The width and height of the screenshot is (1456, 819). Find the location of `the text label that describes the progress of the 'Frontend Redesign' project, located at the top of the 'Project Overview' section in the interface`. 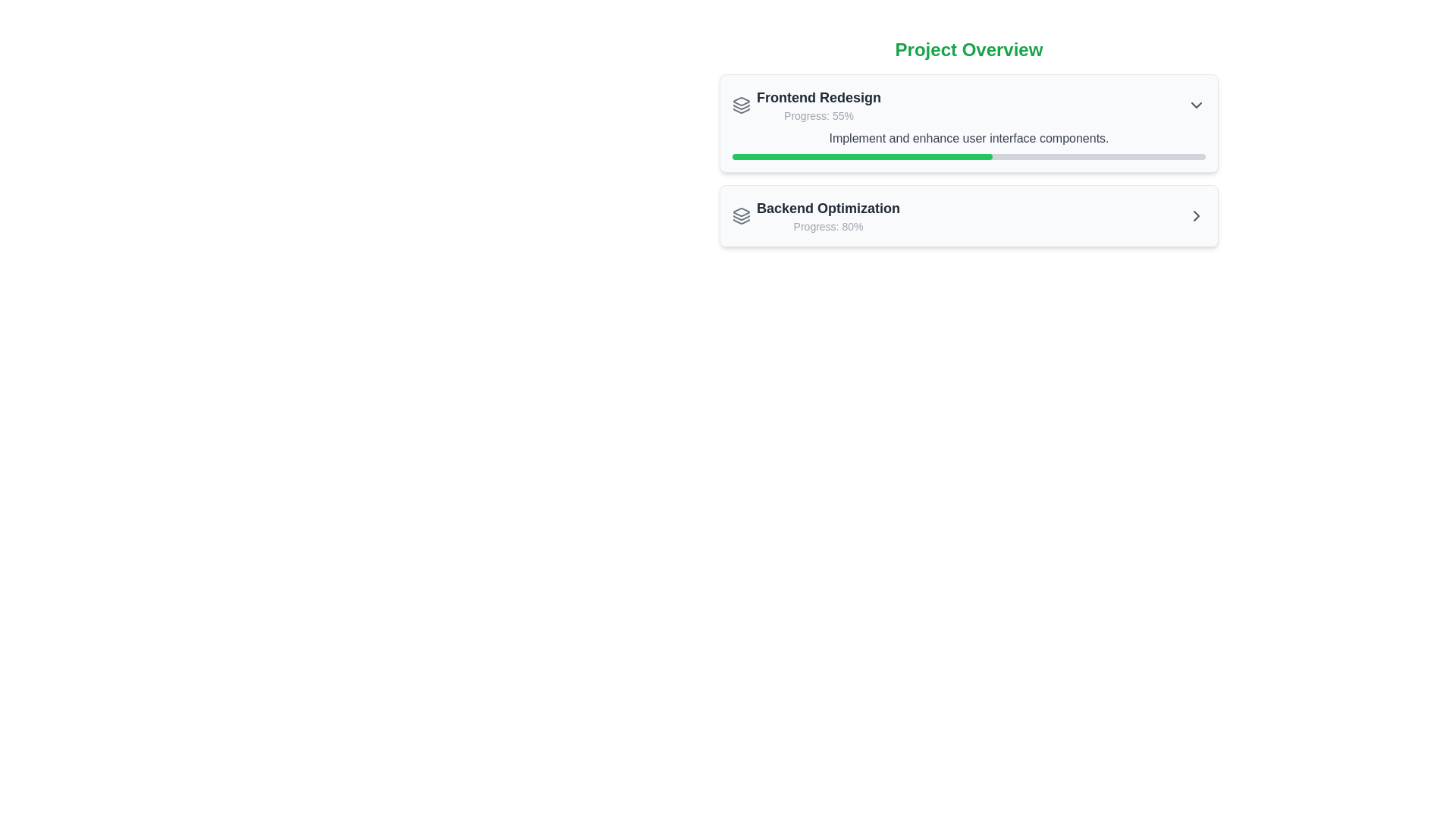

the text label that describes the progress of the 'Frontend Redesign' project, located at the top of the 'Project Overview' section in the interface is located at coordinates (818, 104).